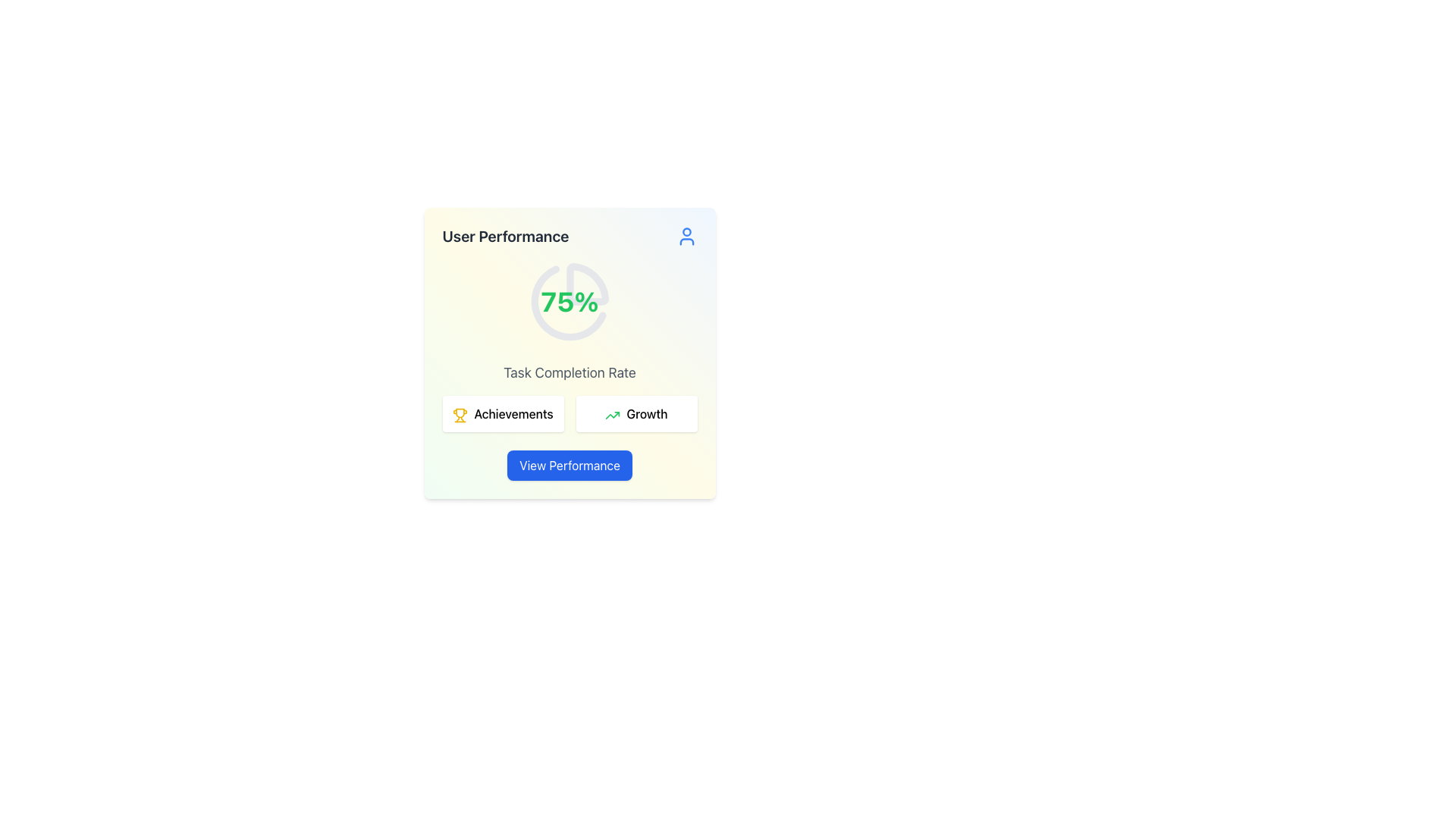 Image resolution: width=1456 pixels, height=819 pixels. I want to click on the Text label that conveys information about achievements or milestones, positioned centrally within a white card with rounded corners, located on the left side of the card adjacent to a trophy icon, so click(513, 414).